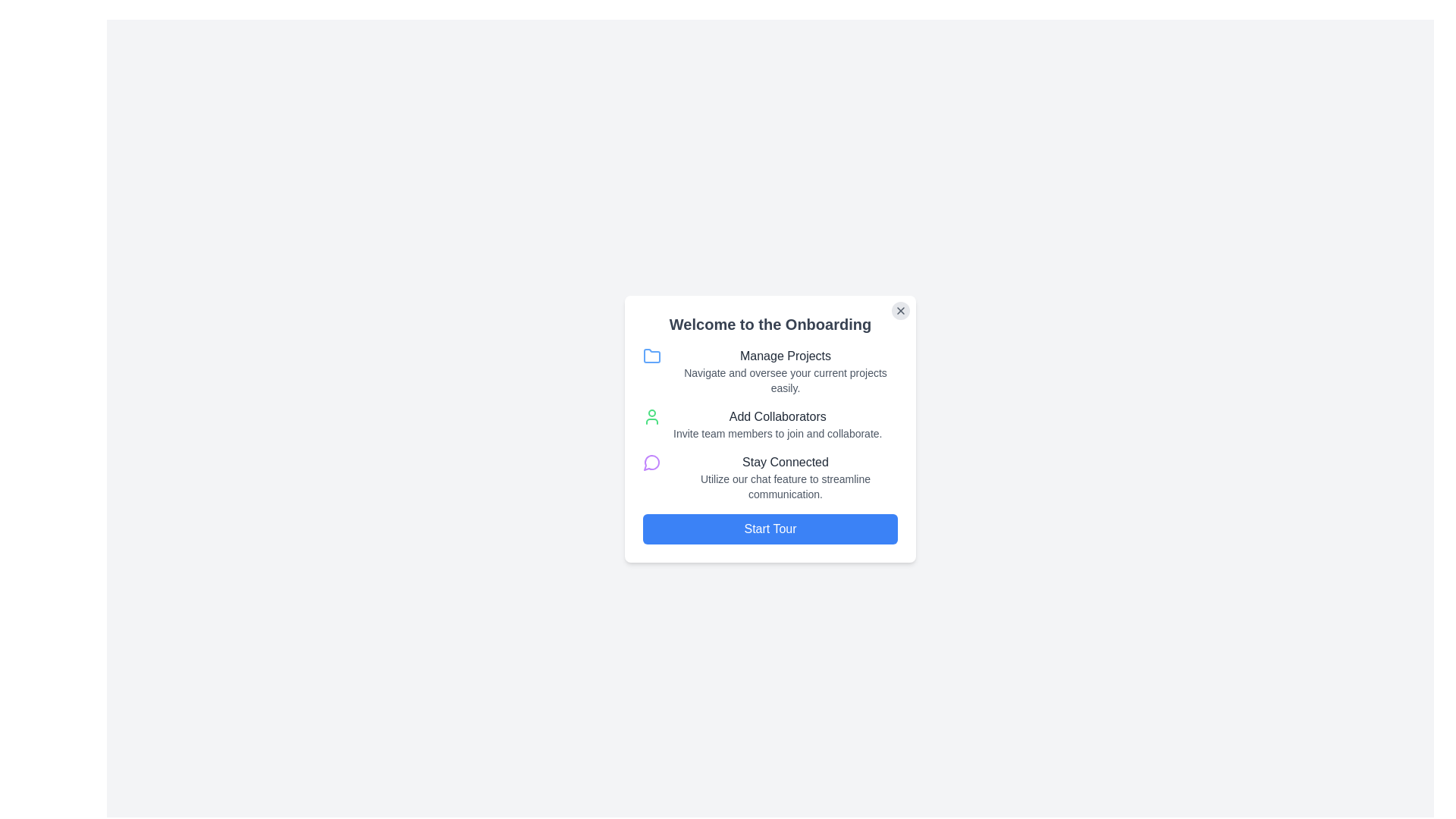  What do you see at coordinates (786, 371) in the screenshot?
I see `the Informational Header and Description section that contains the bolded header 'Manage Projects' and the subtitle 'Navigate and oversee your current projects easily.'` at bounding box center [786, 371].